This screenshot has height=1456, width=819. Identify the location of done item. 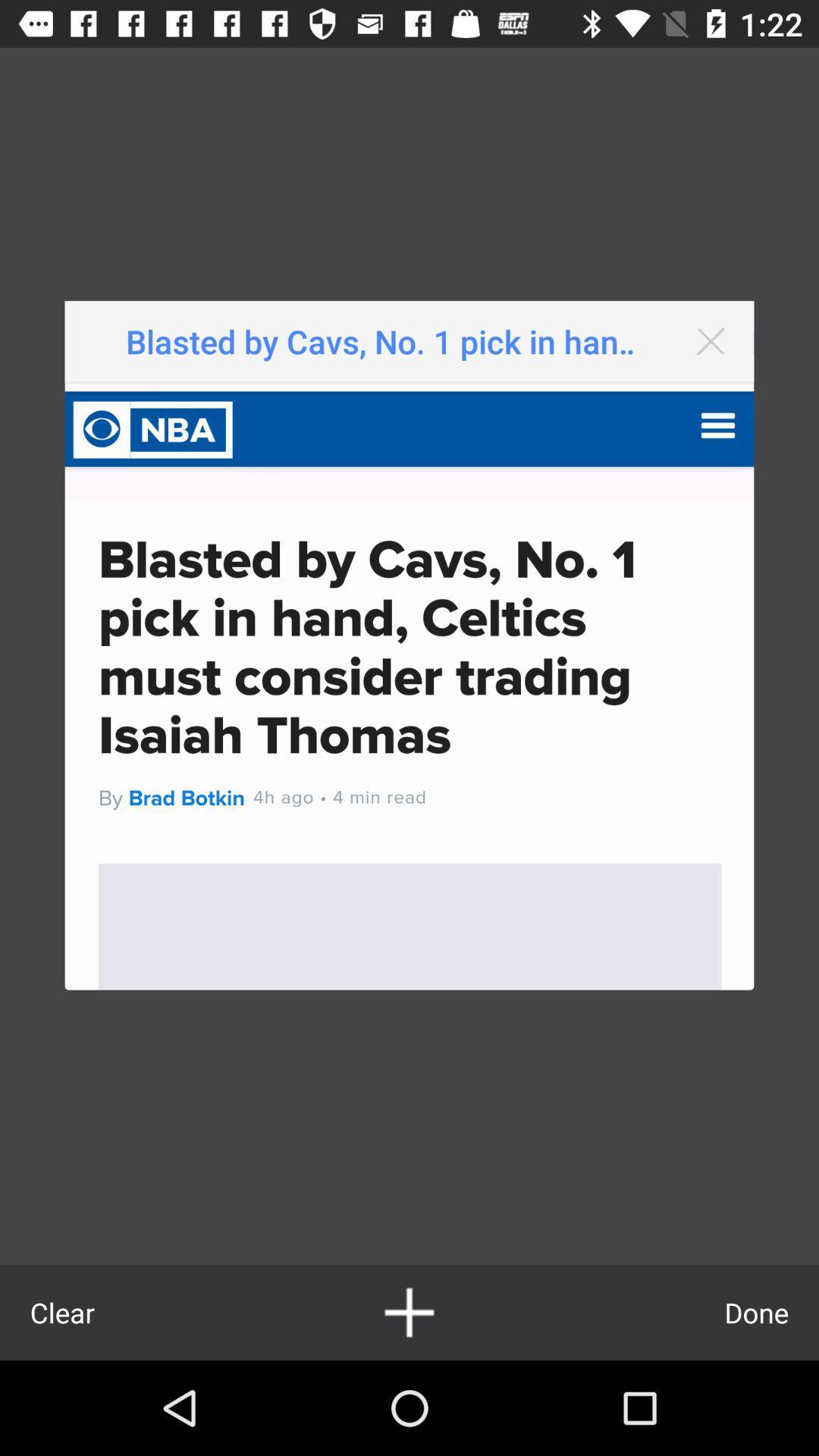
(756, 1312).